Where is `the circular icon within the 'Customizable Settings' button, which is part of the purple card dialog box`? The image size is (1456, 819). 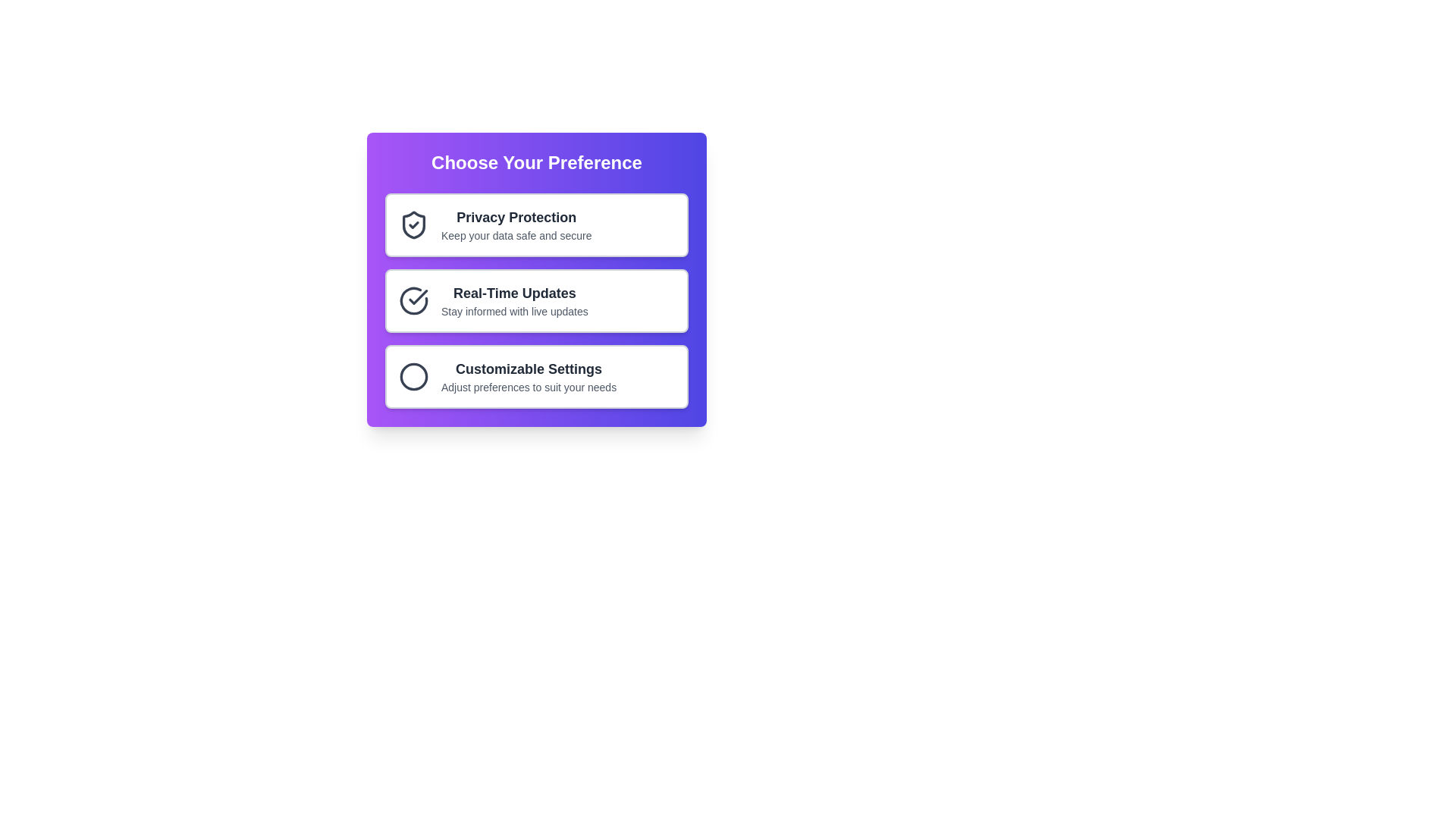 the circular icon within the 'Customizable Settings' button, which is part of the purple card dialog box is located at coordinates (414, 376).